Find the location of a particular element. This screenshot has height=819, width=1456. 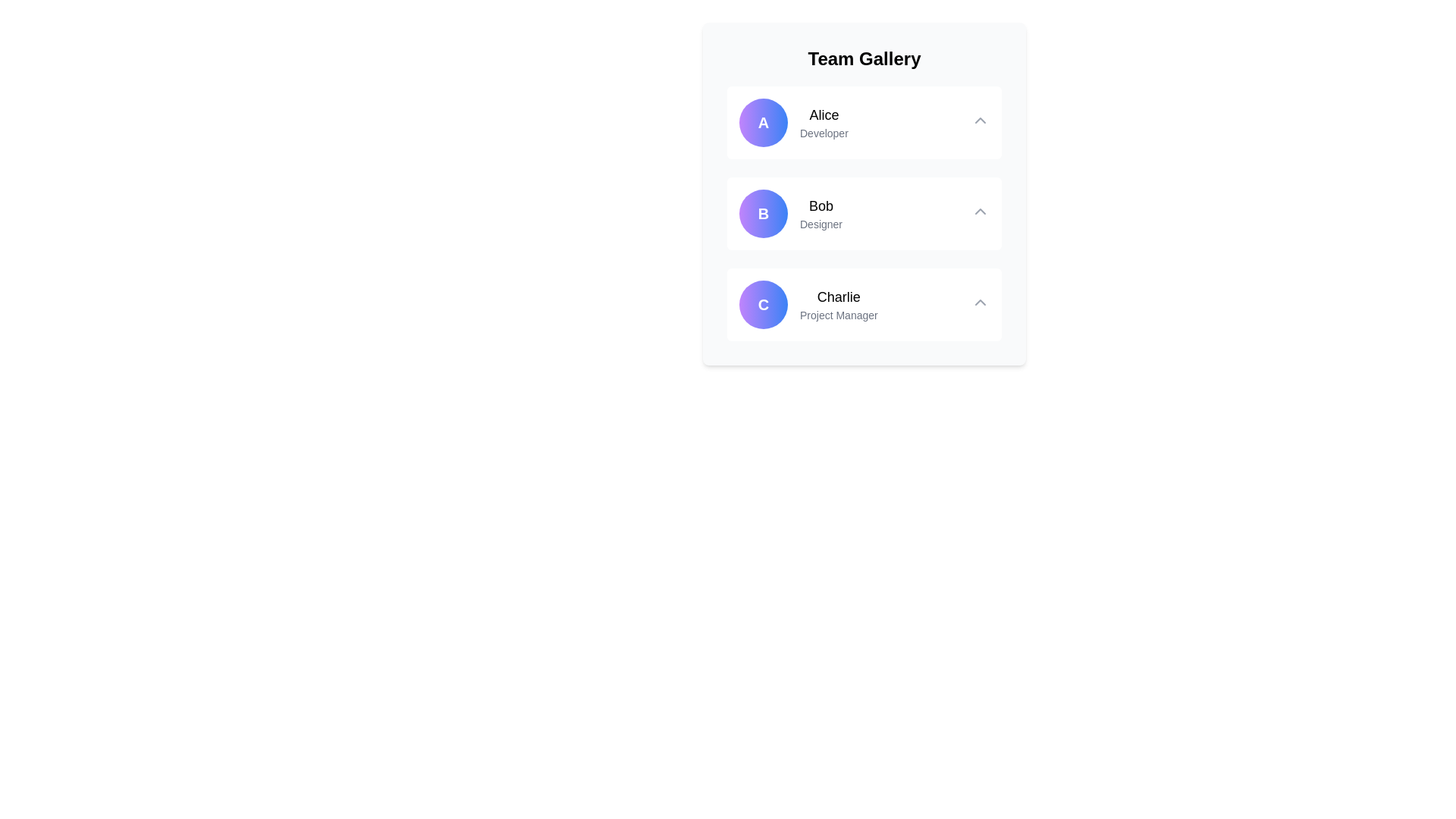

the upward arrow icon on the card for 'Charlie' in the 'Team Gallery' is located at coordinates (864, 304).